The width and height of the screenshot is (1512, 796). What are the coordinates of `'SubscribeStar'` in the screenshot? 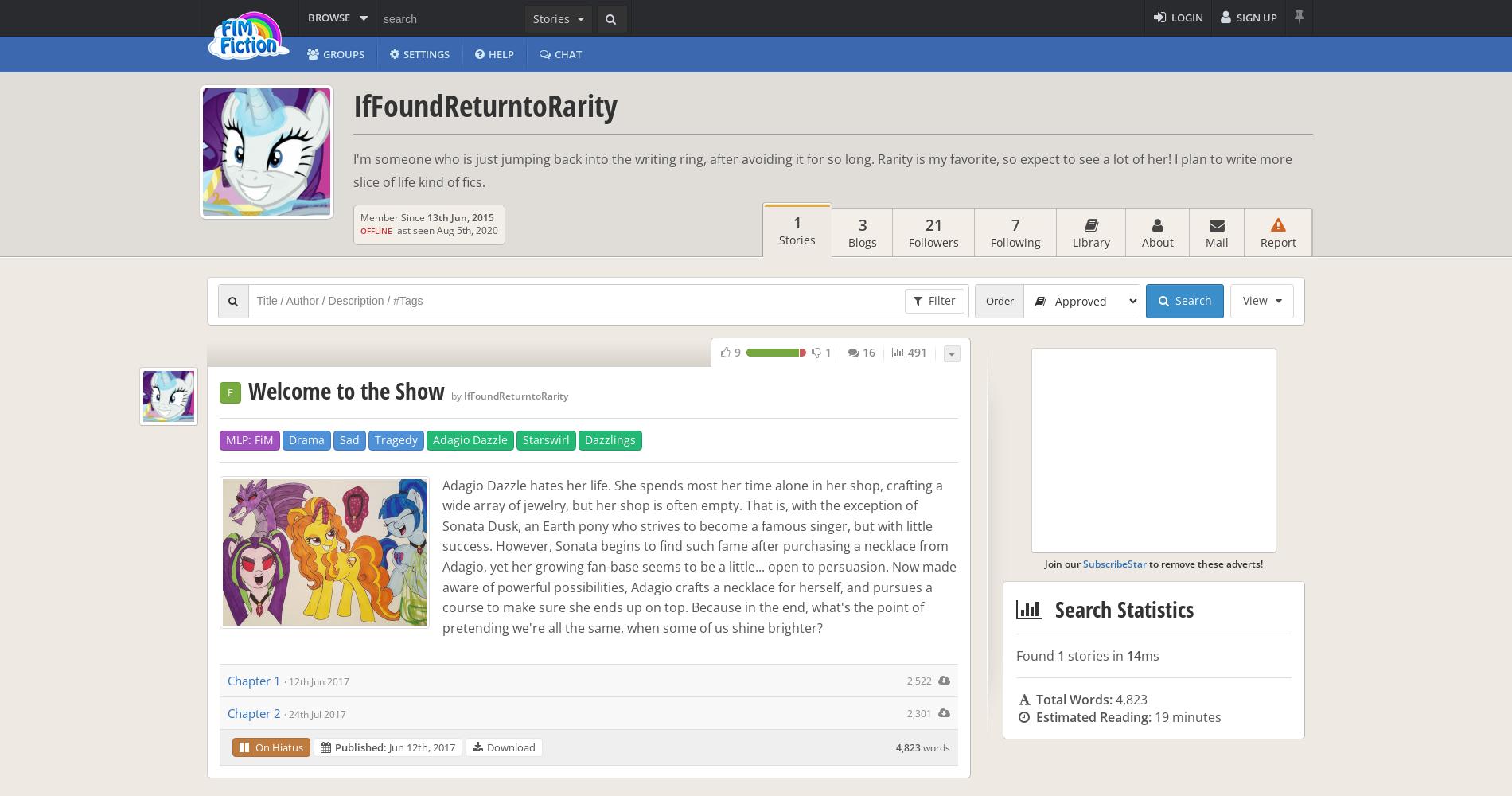 It's located at (1081, 562).